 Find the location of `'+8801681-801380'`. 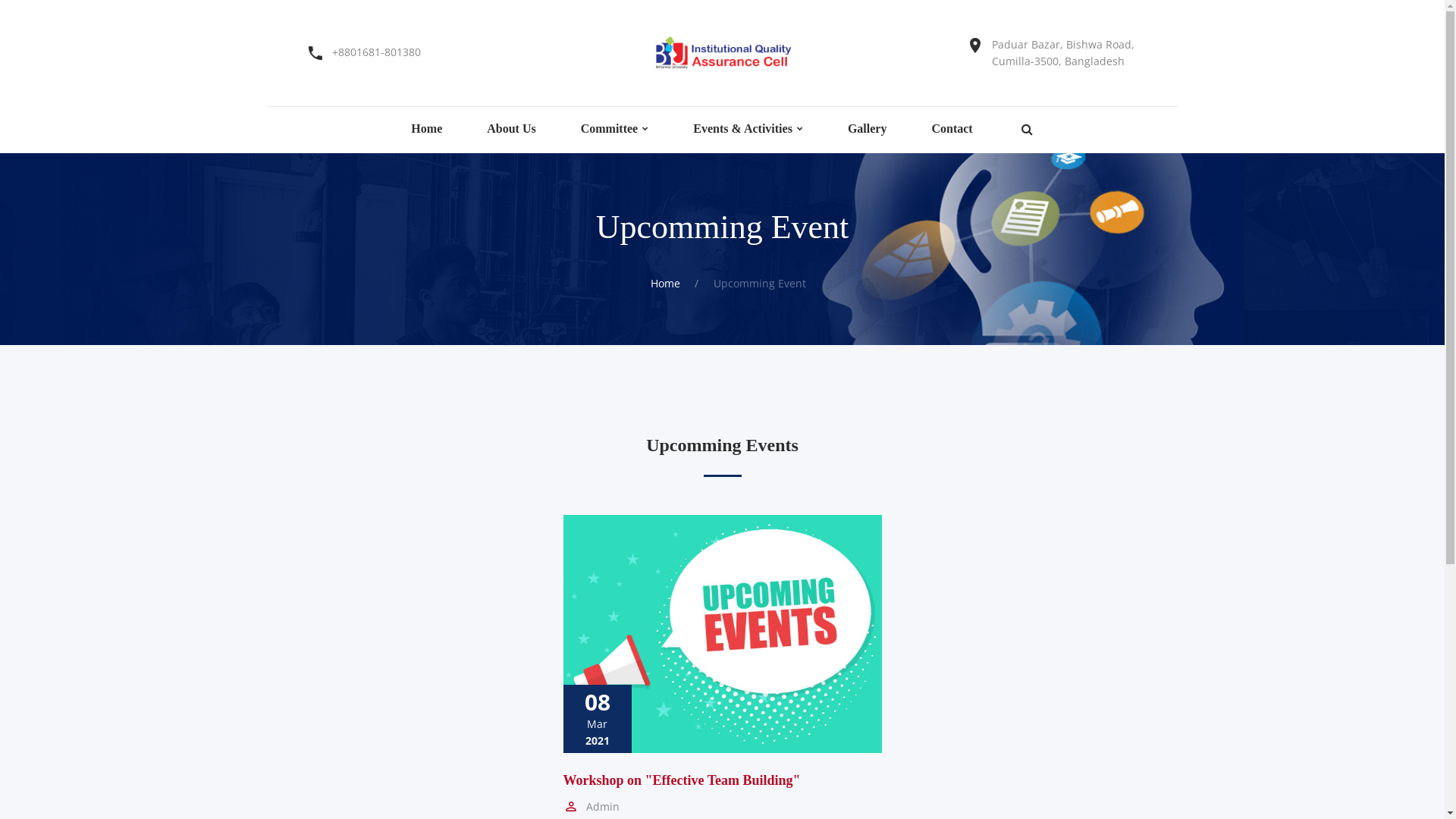

'+8801681-801380' is located at coordinates (331, 52).